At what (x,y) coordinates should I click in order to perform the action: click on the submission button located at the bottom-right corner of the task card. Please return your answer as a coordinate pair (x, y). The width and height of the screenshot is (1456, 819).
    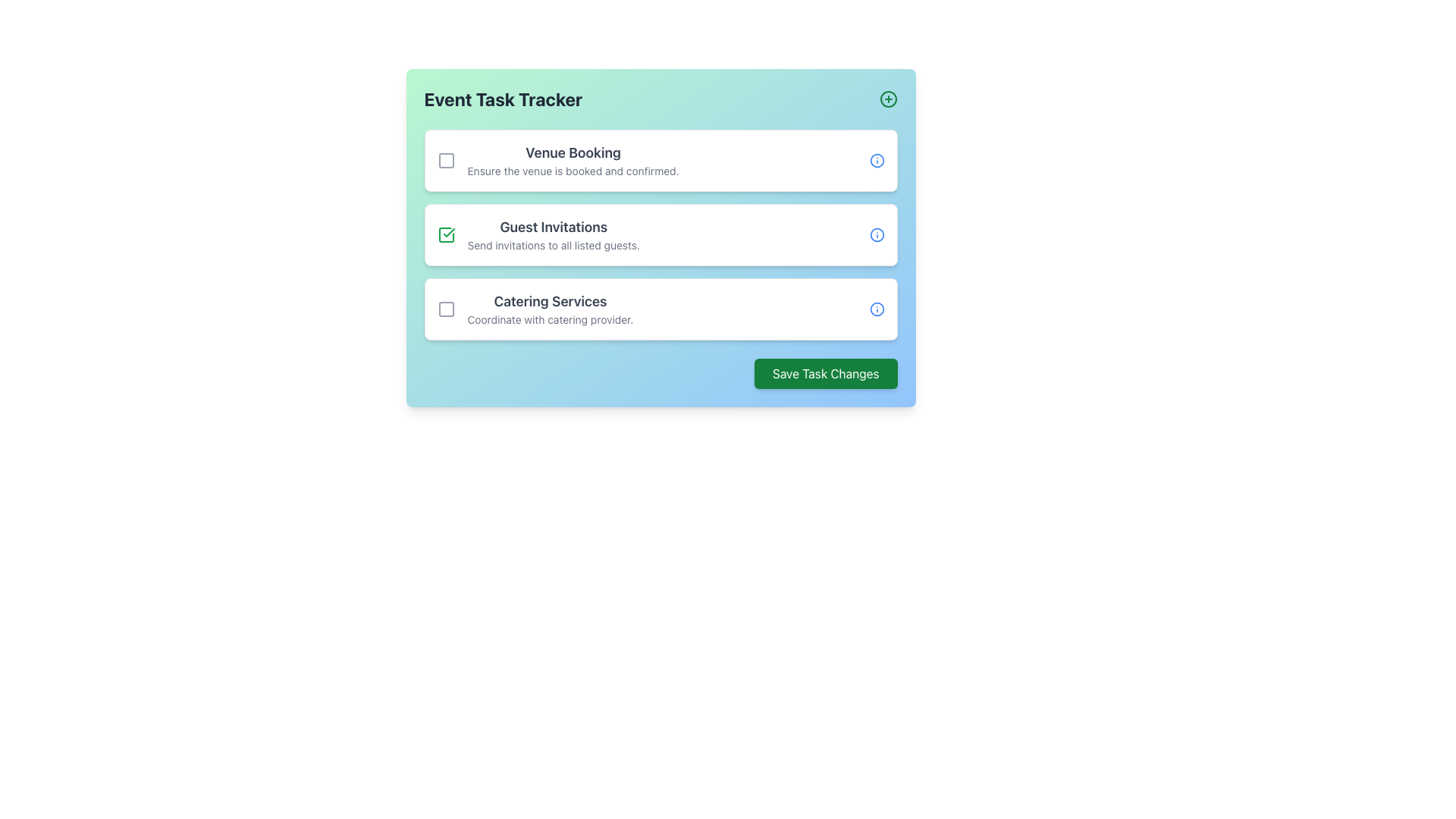
    Looking at the image, I should click on (825, 374).